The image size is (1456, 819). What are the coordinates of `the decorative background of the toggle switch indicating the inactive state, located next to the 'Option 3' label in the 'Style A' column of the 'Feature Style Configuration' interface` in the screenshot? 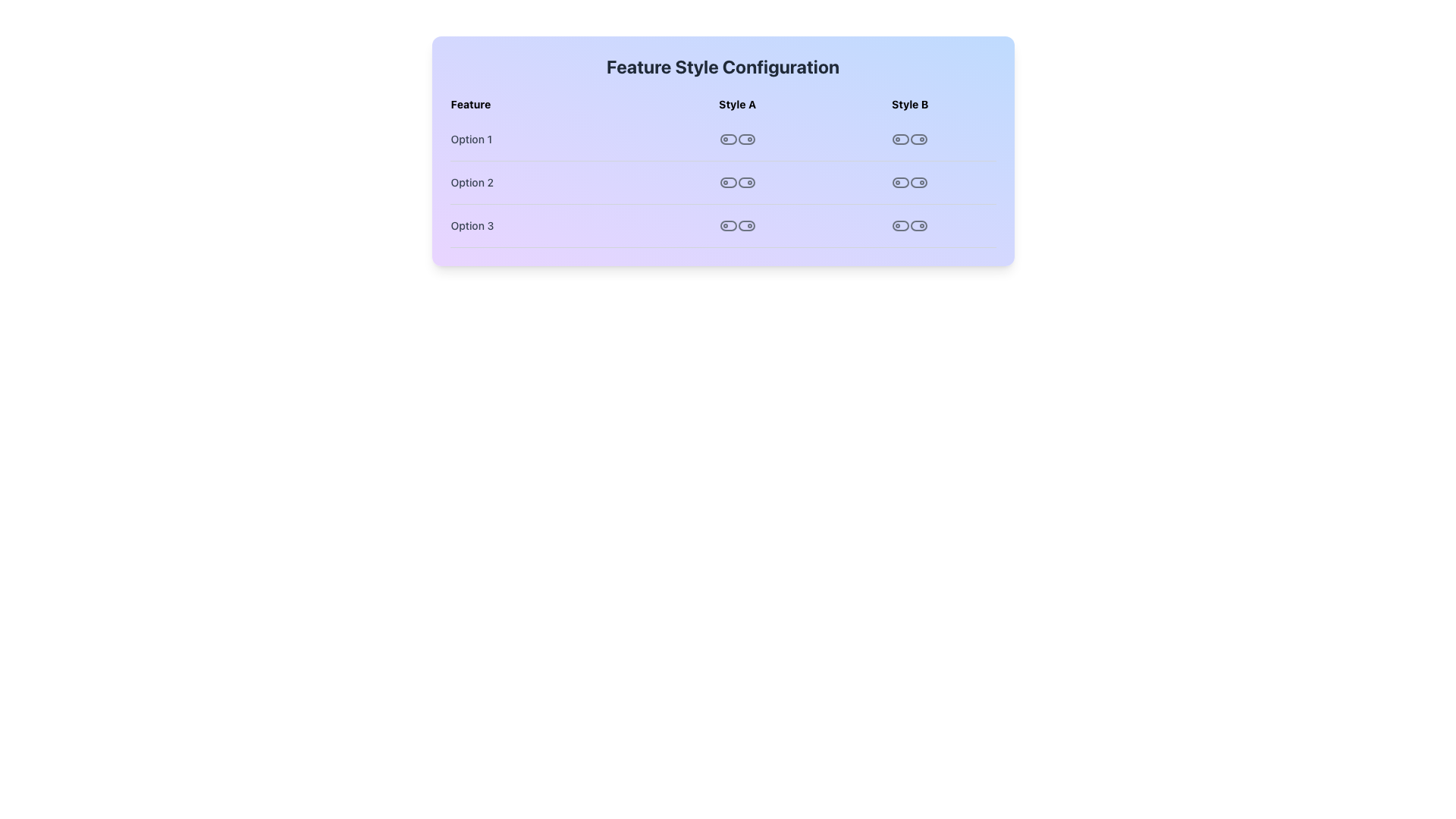 It's located at (746, 225).